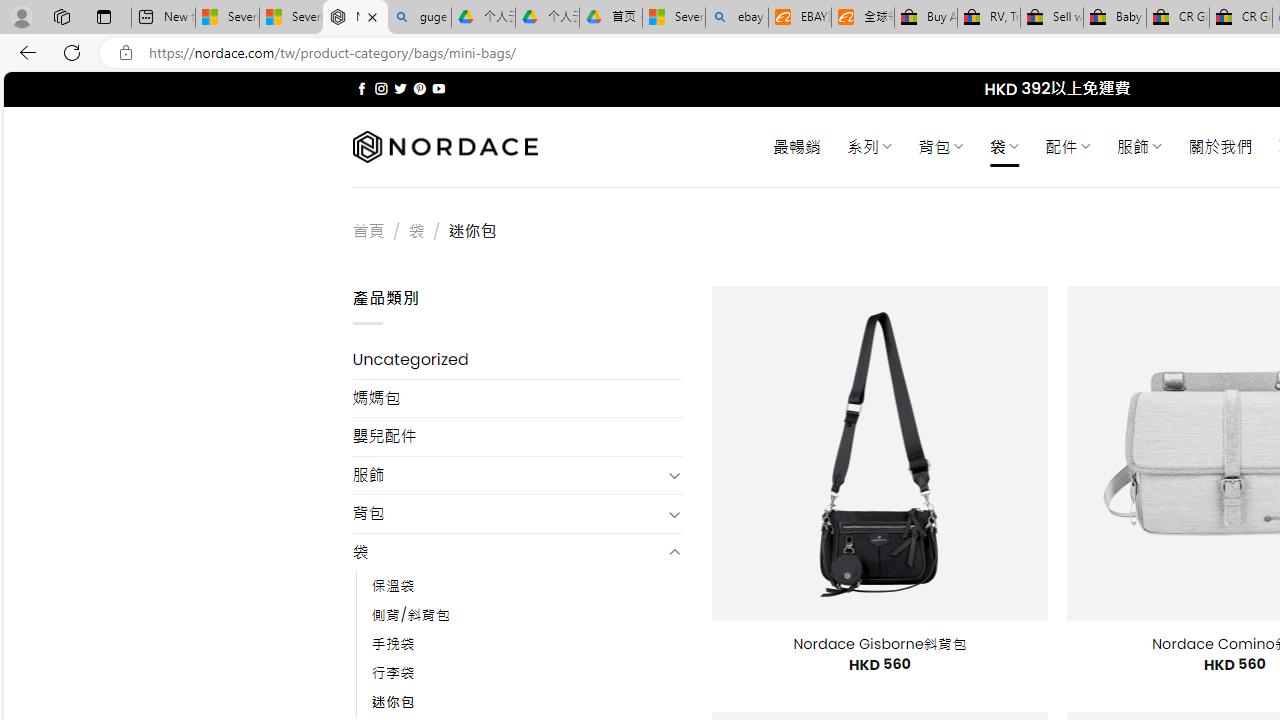 This screenshot has height=720, width=1280. What do you see at coordinates (925, 17) in the screenshot?
I see `'Buy Auto Parts & Accessories | eBay'` at bounding box center [925, 17].